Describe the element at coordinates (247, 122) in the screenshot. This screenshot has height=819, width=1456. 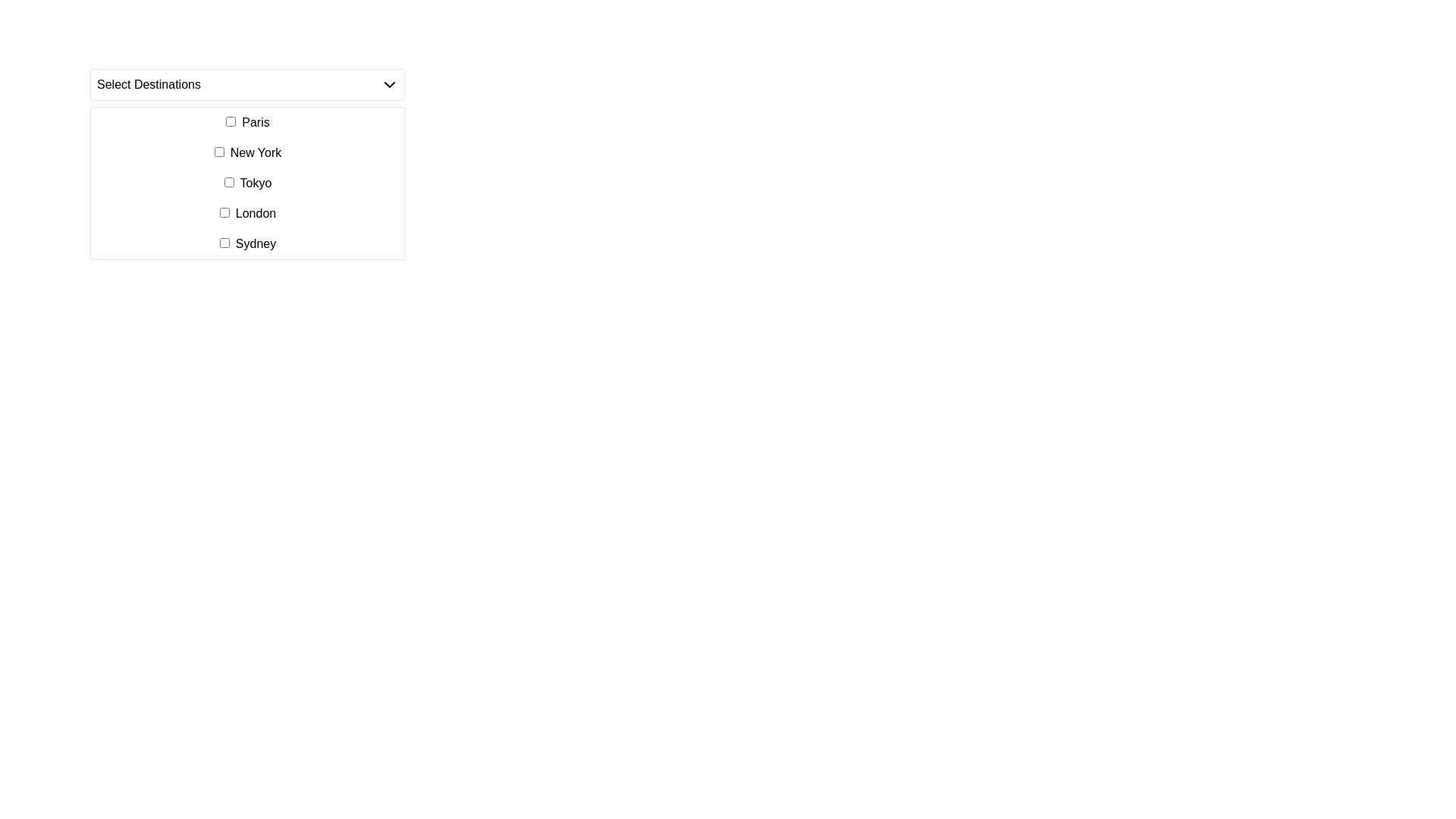
I see `the label 'Paris'` at that location.